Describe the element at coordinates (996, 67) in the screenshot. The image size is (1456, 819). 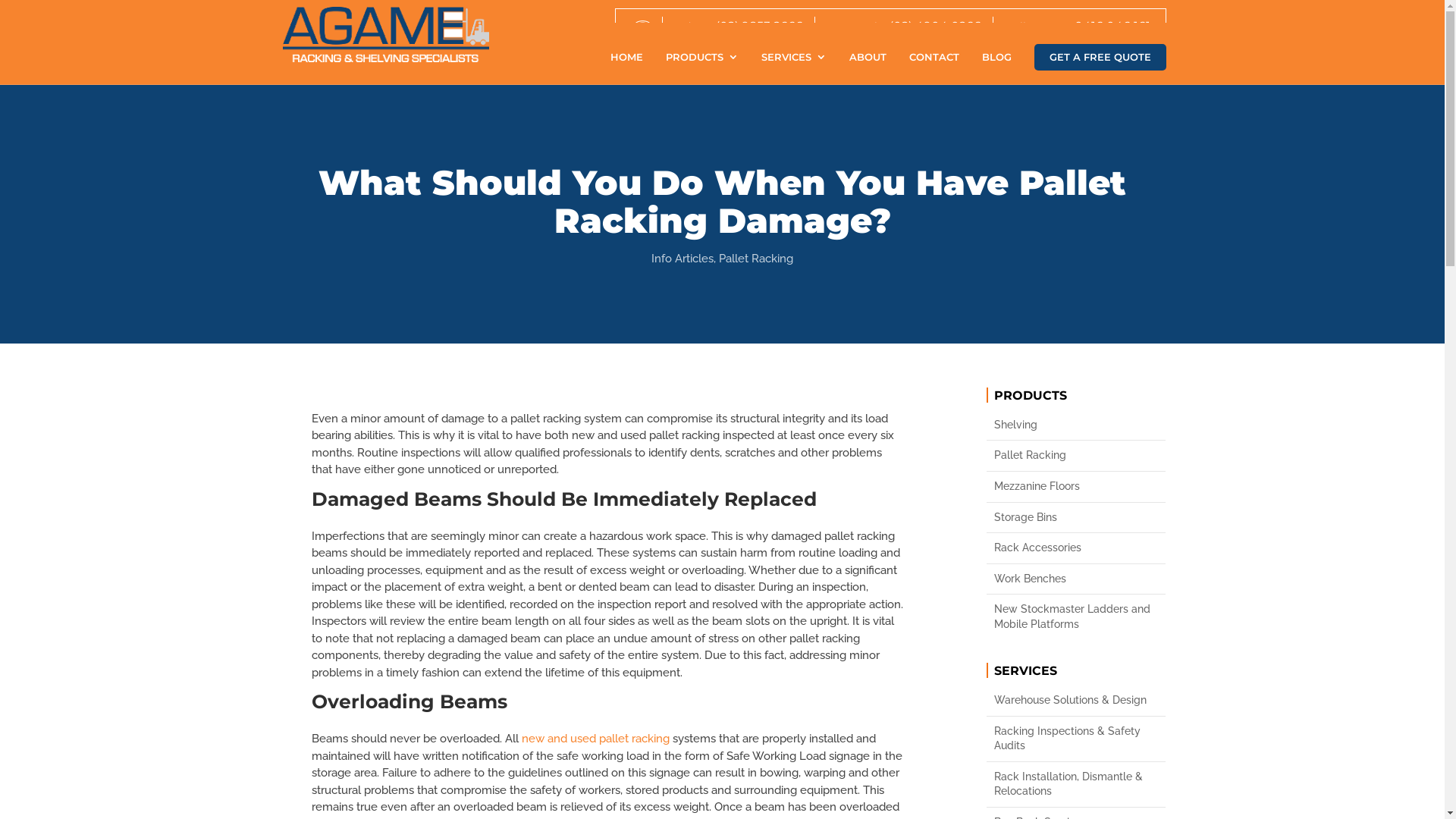
I see `'BLOG'` at that location.